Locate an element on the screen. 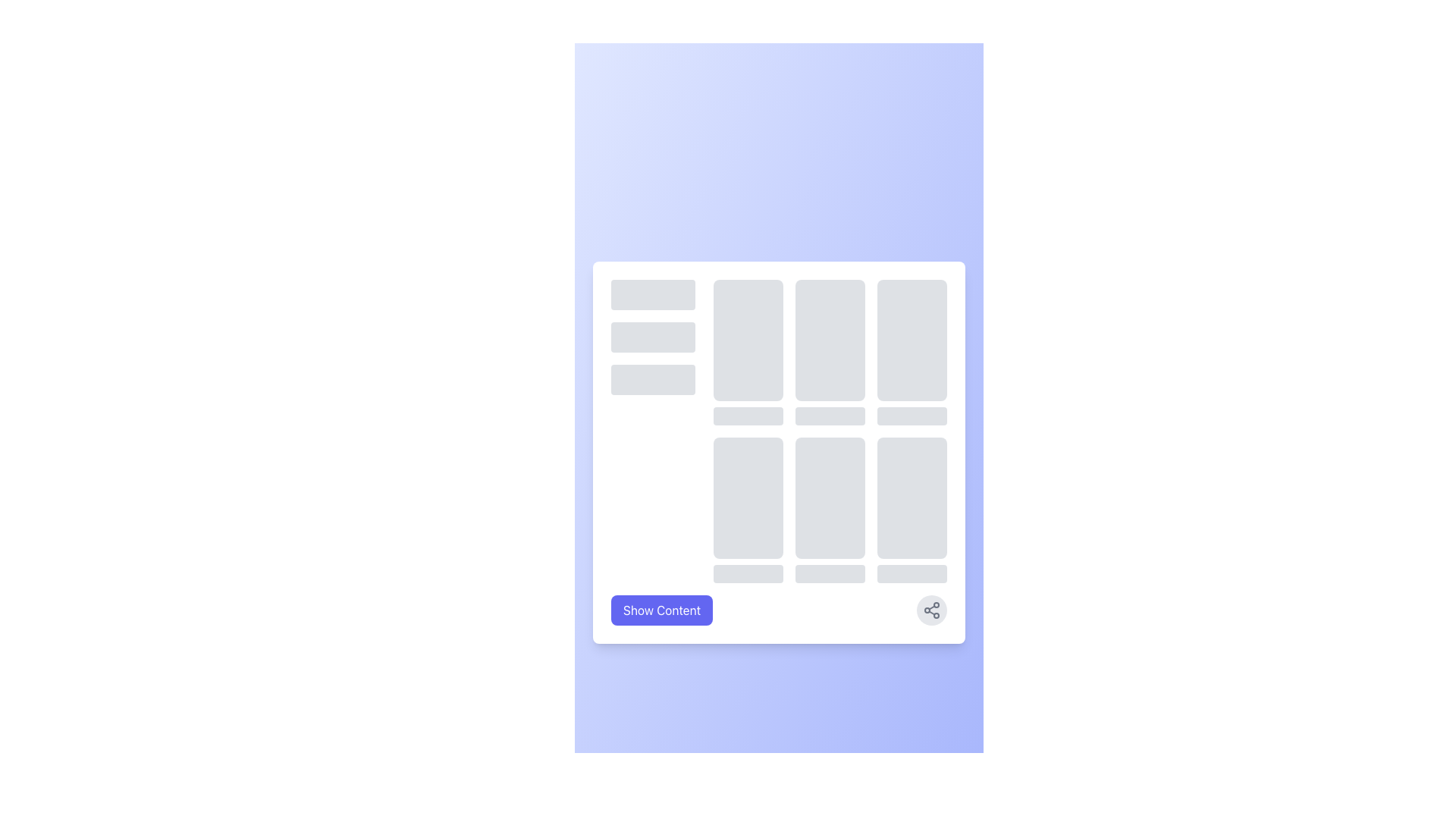 This screenshot has height=819, width=1456. the medium gray rectangular box with rounded corners located is located at coordinates (911, 497).